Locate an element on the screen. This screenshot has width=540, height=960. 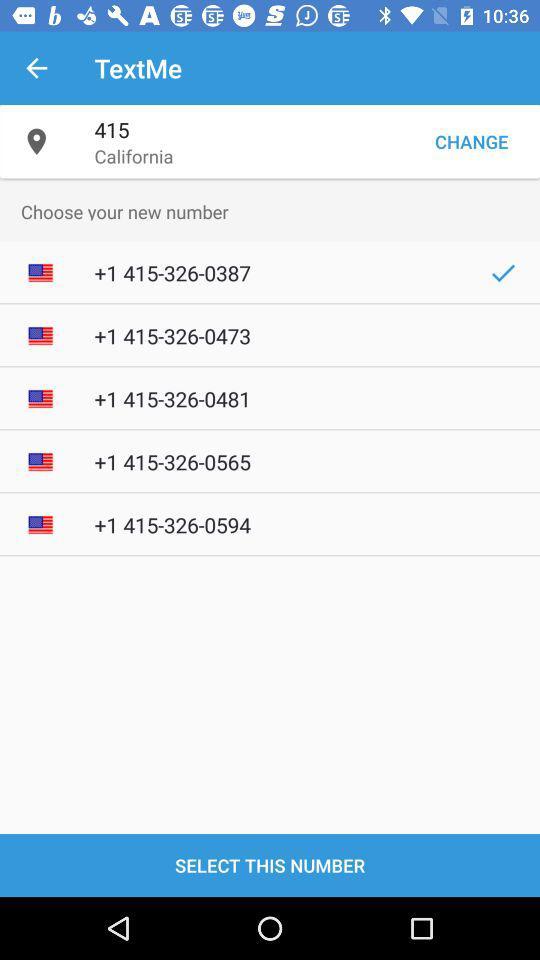
item next to textme app is located at coordinates (36, 68).